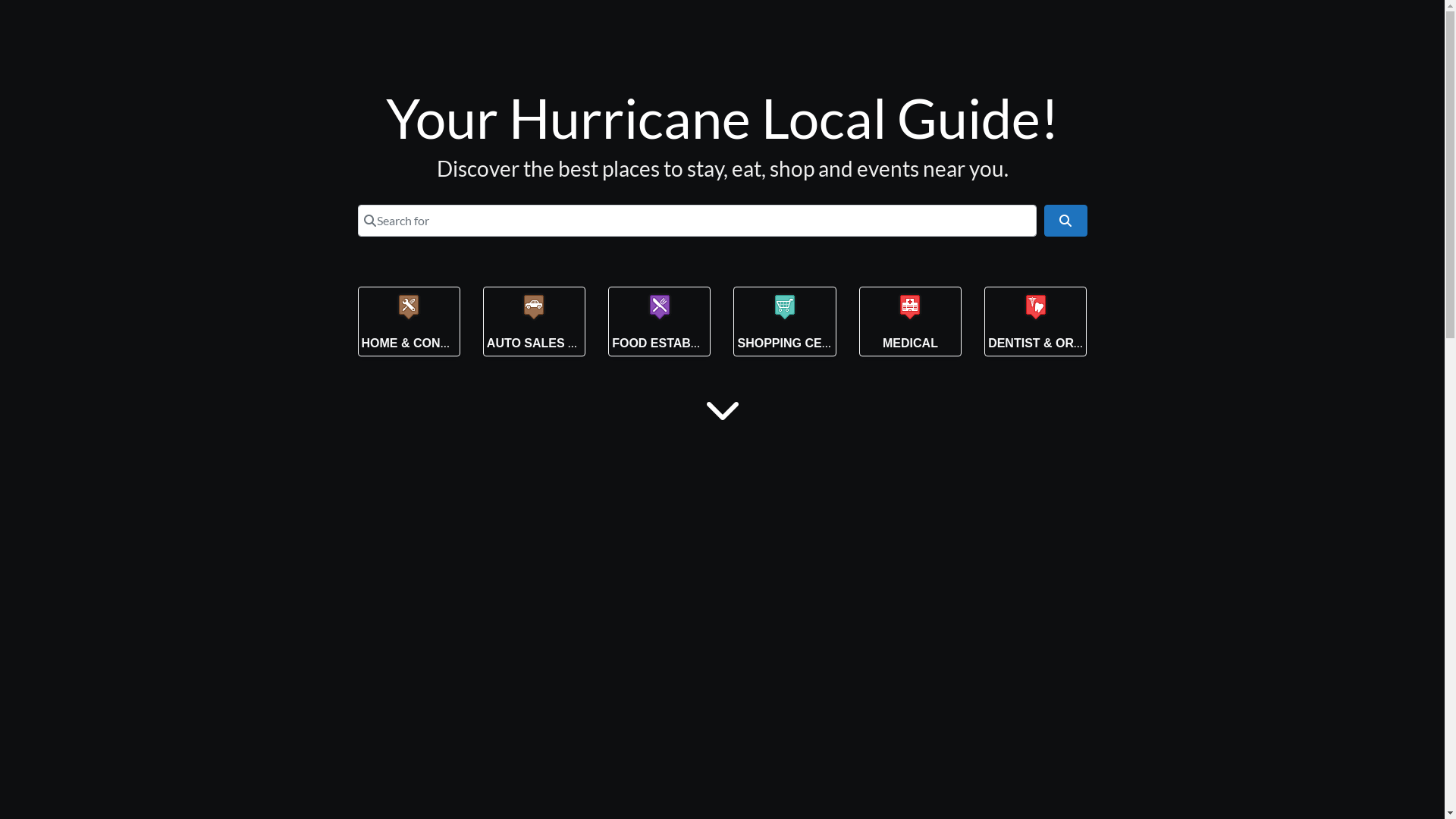 The image size is (1456, 819). Describe the element at coordinates (987, 343) in the screenshot. I see `'DENTIST & ORTHODONTIST'` at that location.